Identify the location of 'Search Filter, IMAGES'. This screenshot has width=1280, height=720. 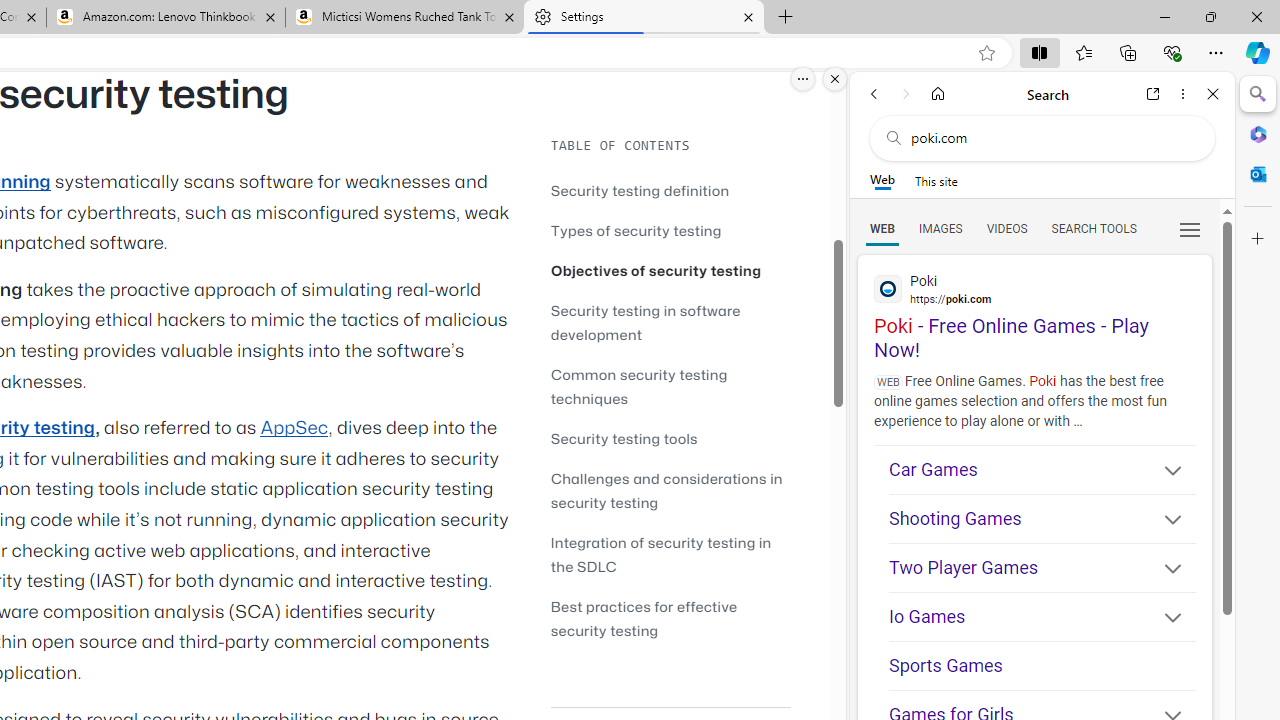
(939, 227).